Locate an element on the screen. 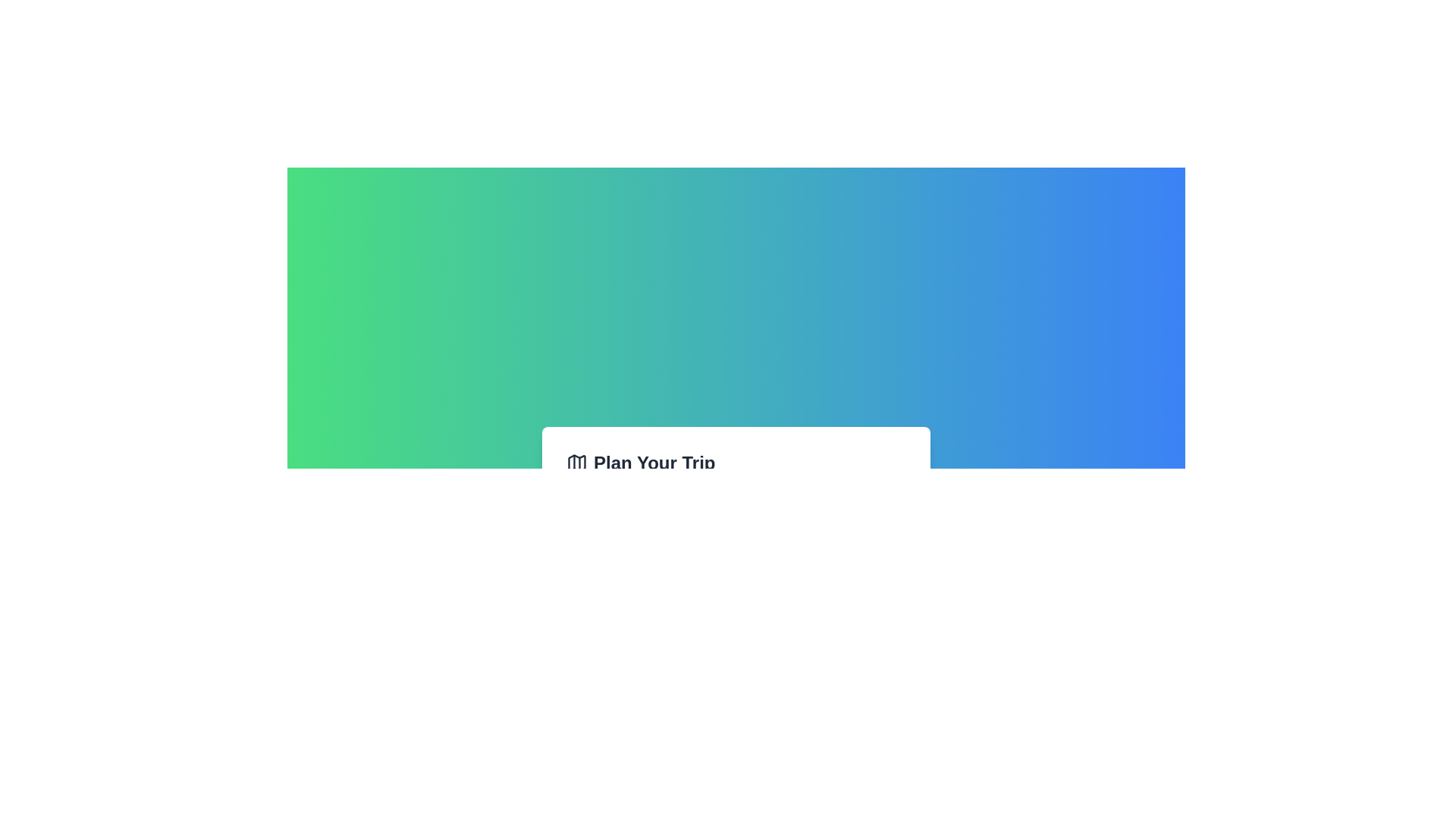 The height and width of the screenshot is (819, 1456). the map icon located in the 'Plan Your Trip' header, which is styled in a solid dark gray color and positioned to the left of the header text is located at coordinates (576, 462).